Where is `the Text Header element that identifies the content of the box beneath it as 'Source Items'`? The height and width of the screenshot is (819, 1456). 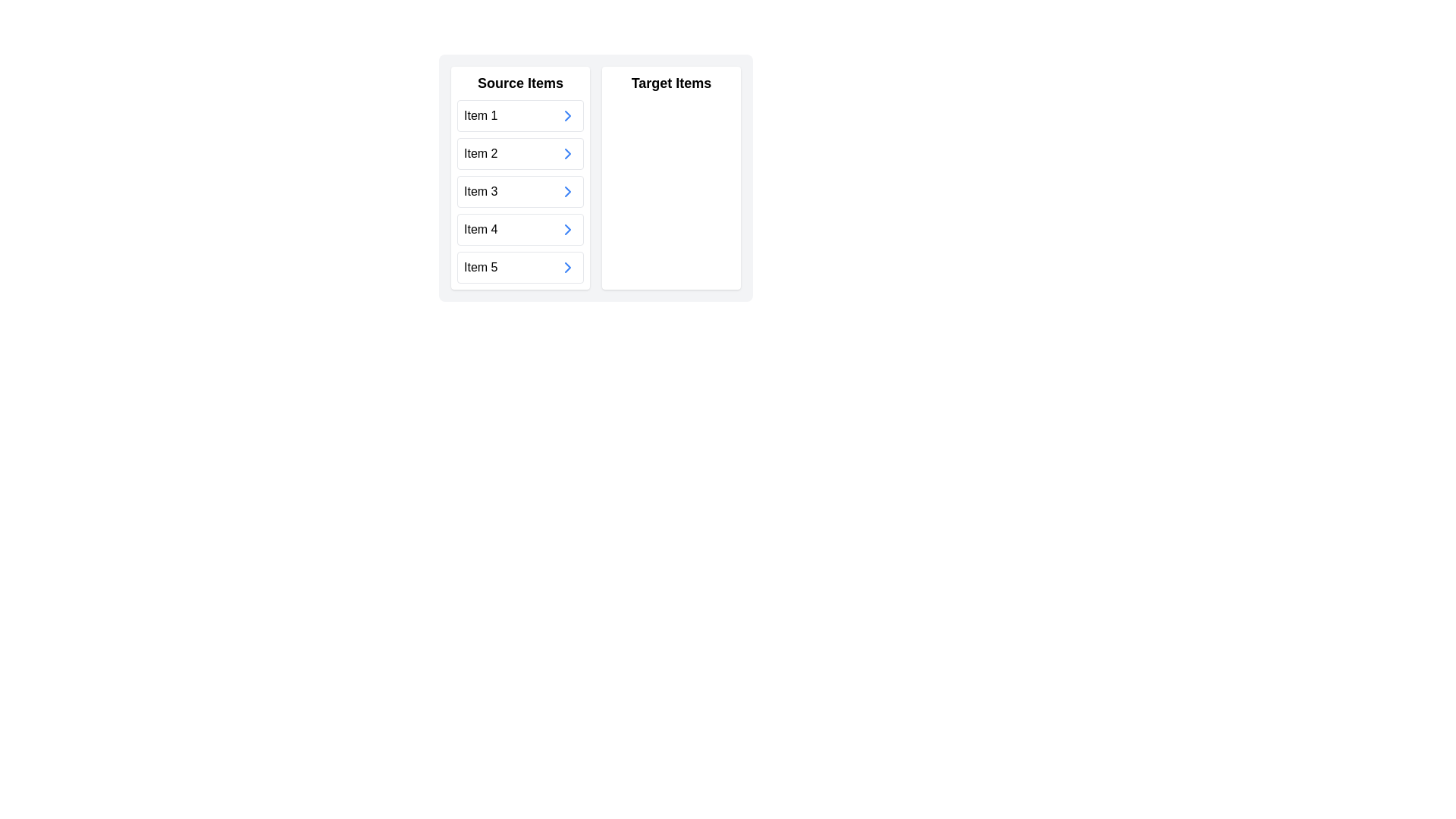 the Text Header element that identifies the content of the box beneath it as 'Source Items' is located at coordinates (520, 83).